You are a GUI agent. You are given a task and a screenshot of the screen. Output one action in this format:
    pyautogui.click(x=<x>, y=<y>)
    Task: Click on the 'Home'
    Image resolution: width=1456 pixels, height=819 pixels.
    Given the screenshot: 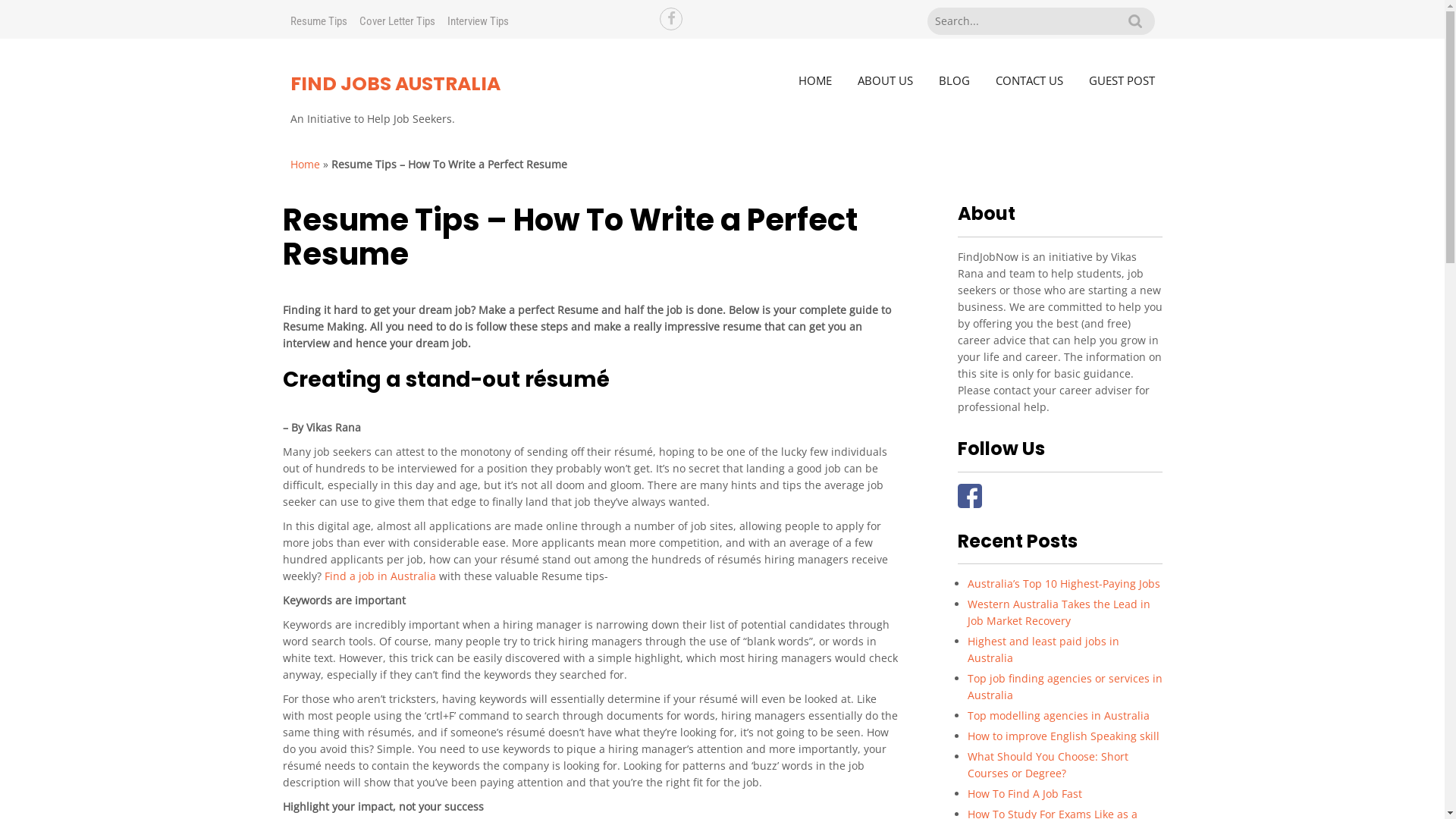 What is the action you would take?
    pyautogui.click(x=303, y=164)
    